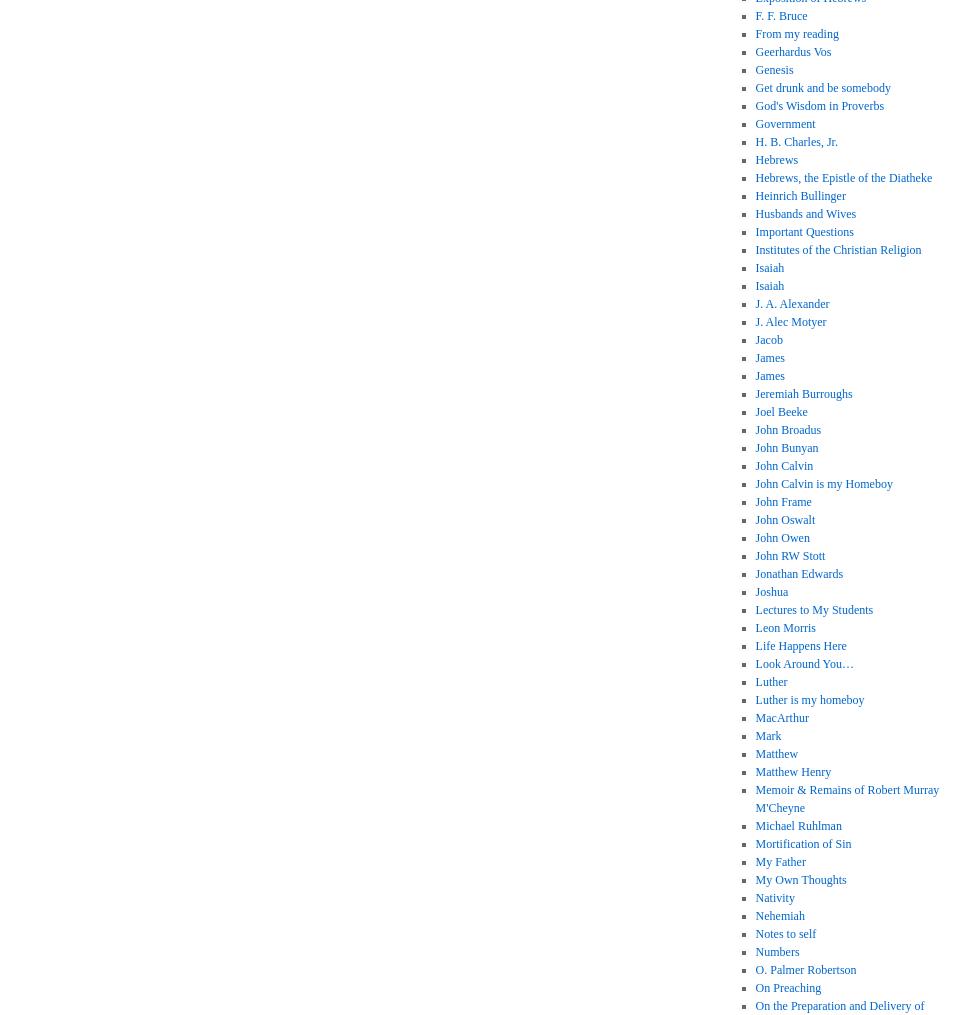 The height and width of the screenshot is (1015, 980). I want to click on 'John Calvin is my Homeboy', so click(823, 482).